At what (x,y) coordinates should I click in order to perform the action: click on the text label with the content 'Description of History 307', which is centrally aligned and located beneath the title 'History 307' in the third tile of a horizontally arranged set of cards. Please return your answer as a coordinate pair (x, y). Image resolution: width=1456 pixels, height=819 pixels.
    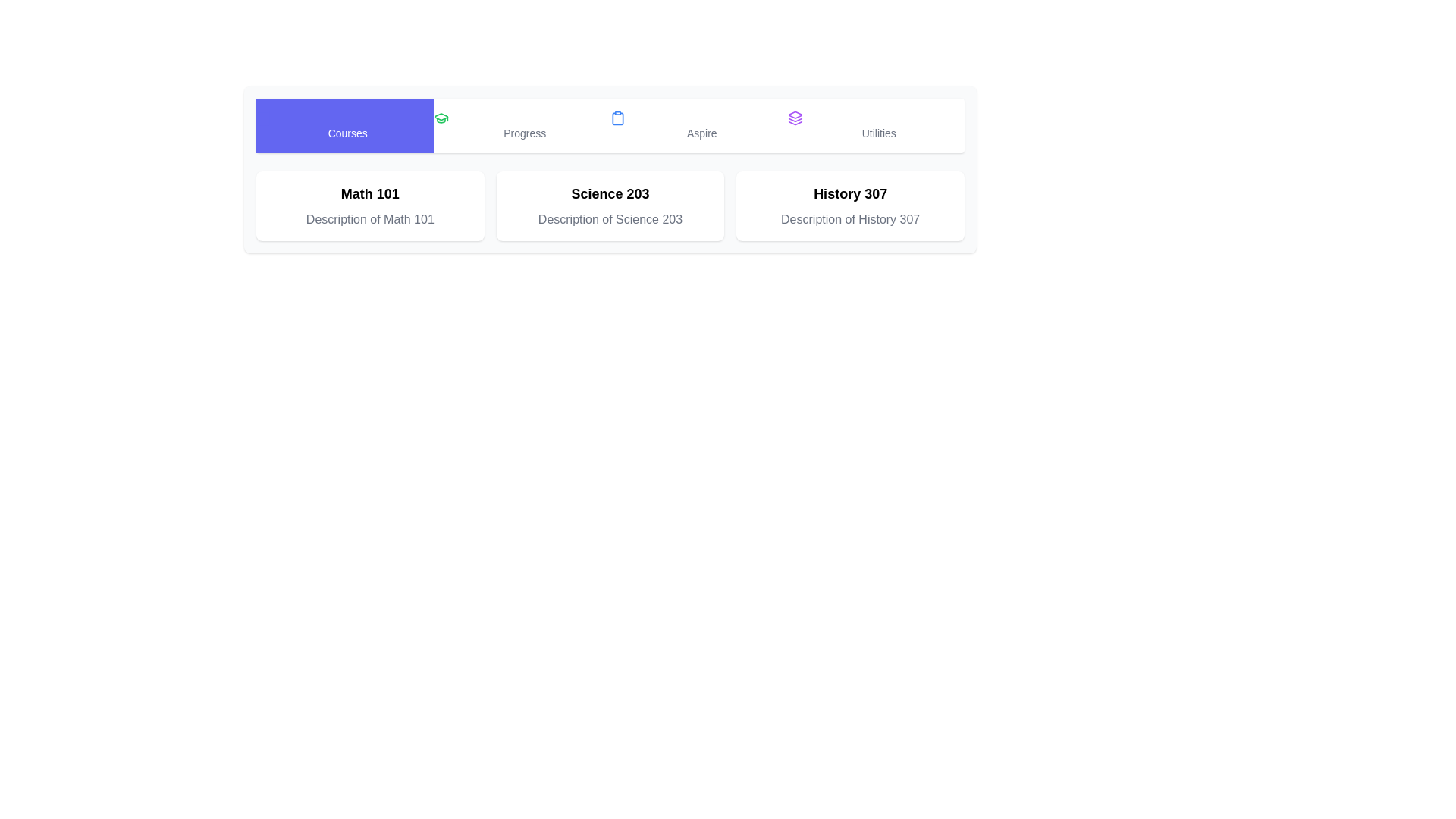
    Looking at the image, I should click on (850, 219).